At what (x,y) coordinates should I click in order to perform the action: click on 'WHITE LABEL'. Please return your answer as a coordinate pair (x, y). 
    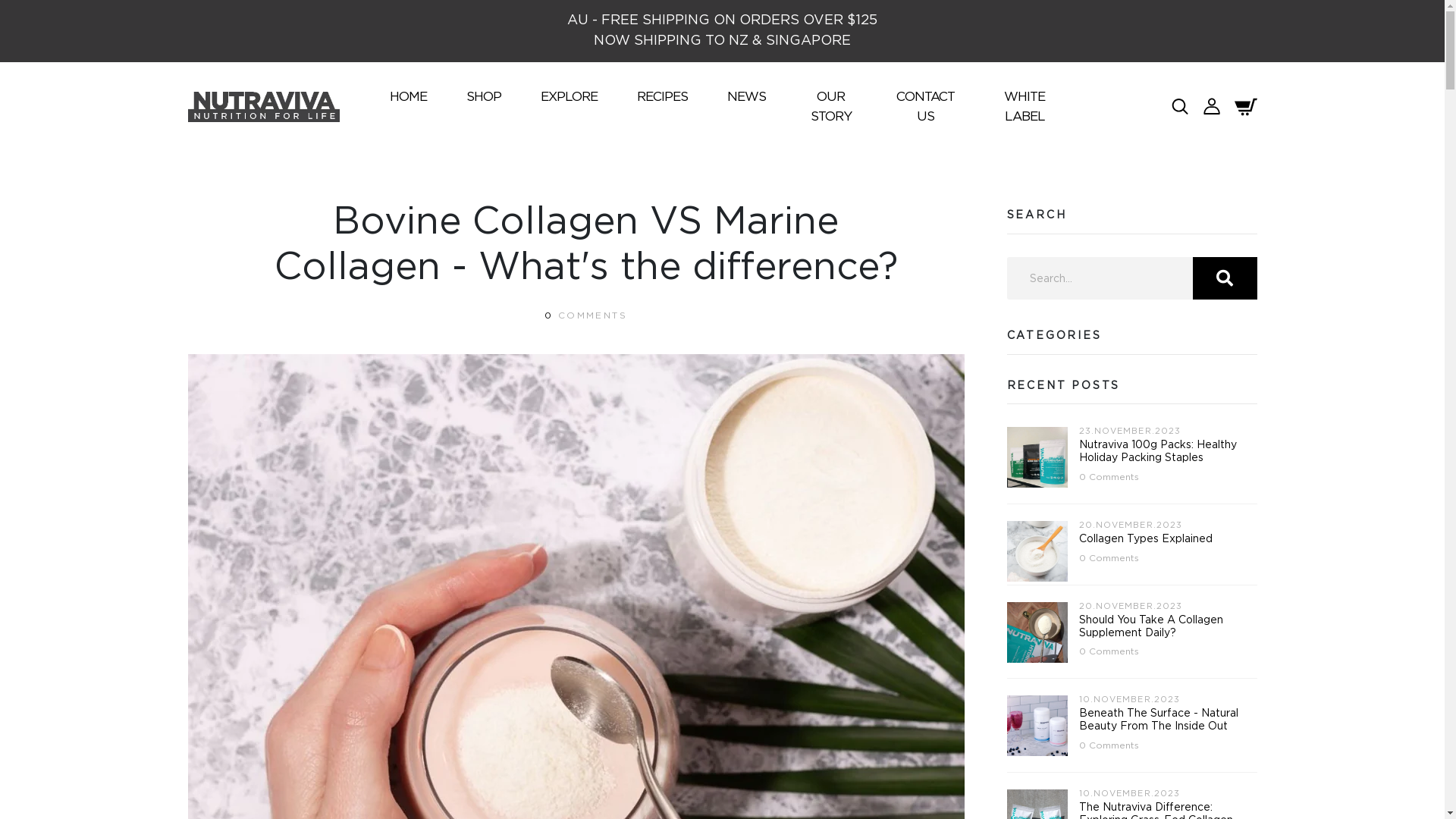
    Looking at the image, I should click on (1025, 105).